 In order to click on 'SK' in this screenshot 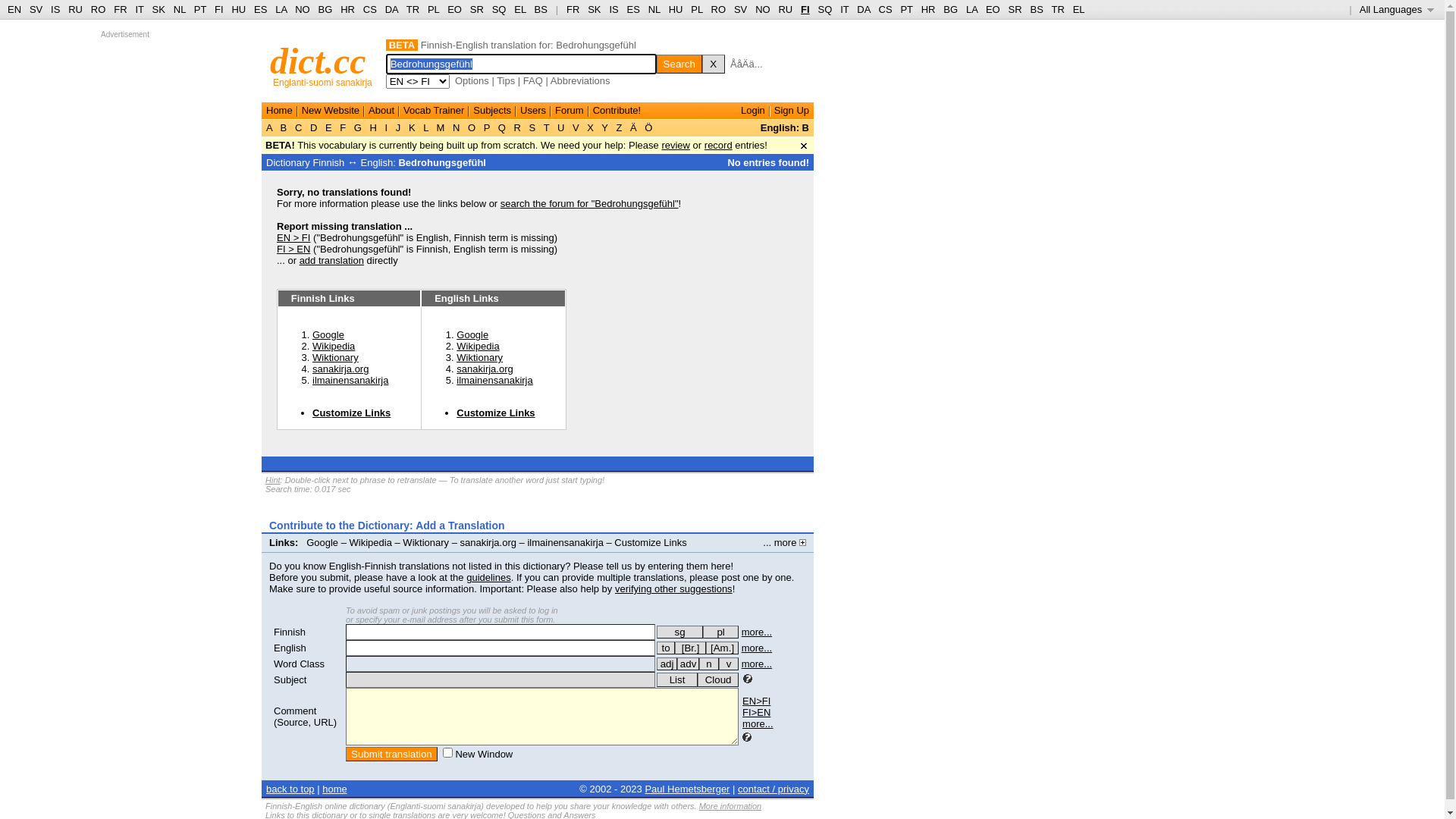, I will do `click(593, 9)`.